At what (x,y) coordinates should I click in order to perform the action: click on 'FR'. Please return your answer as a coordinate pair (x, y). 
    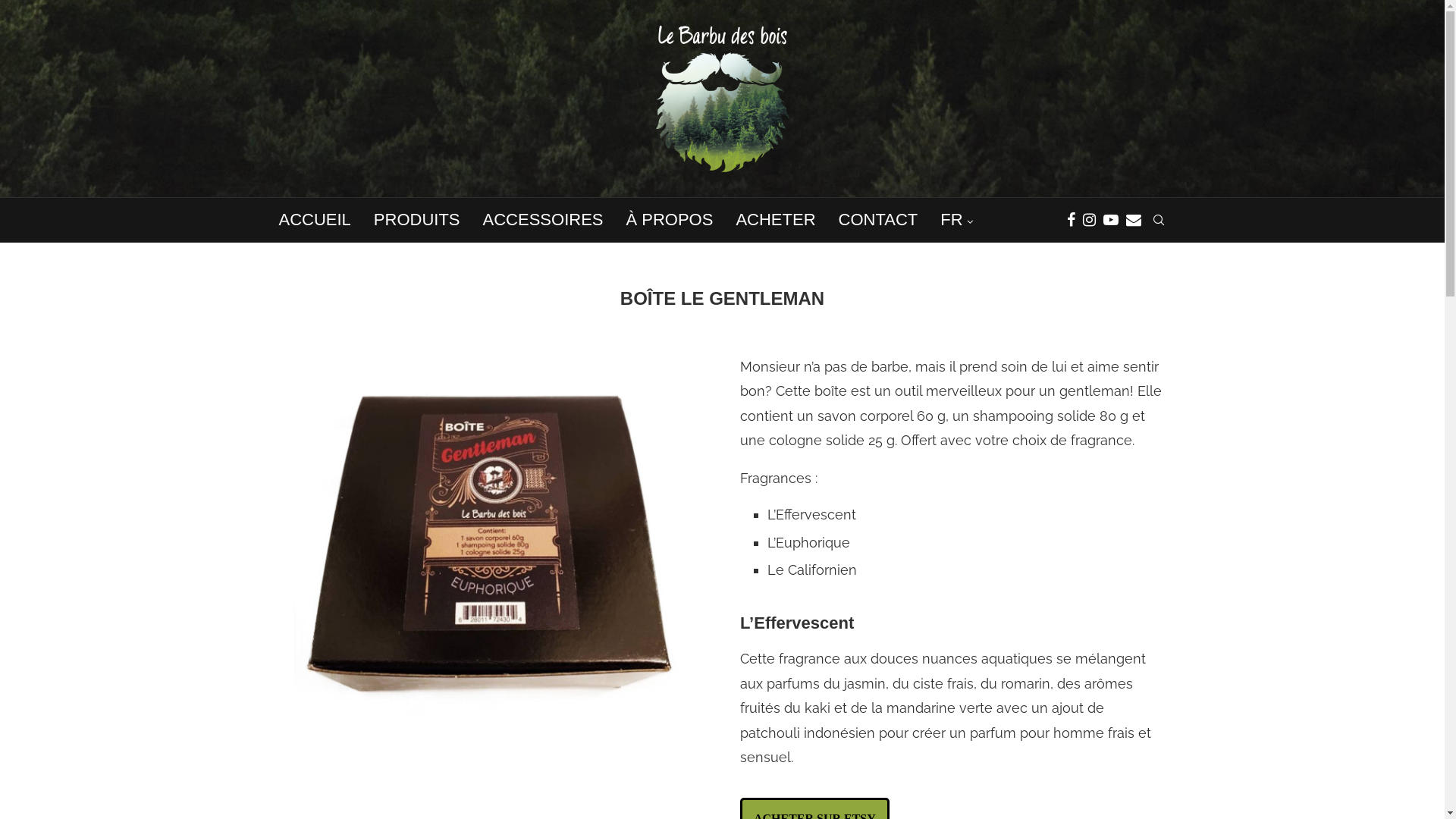
    Looking at the image, I should click on (955, 221).